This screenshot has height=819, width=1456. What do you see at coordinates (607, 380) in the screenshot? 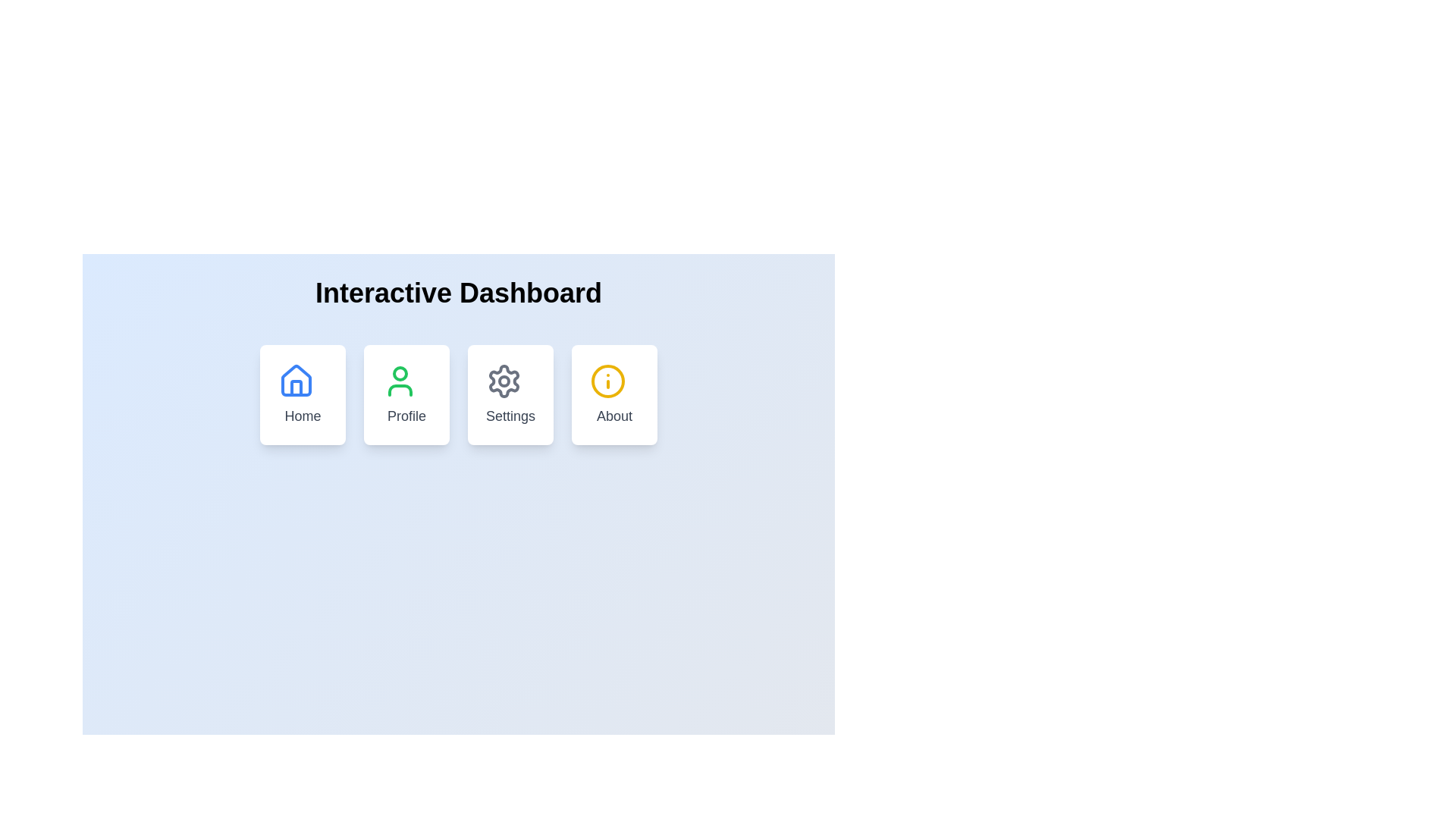
I see `the decorative graphic element, which is a circular graphic with a yellow outline and hollow center, located within the 'About' icon at the bottom-right of the main user interface` at bounding box center [607, 380].